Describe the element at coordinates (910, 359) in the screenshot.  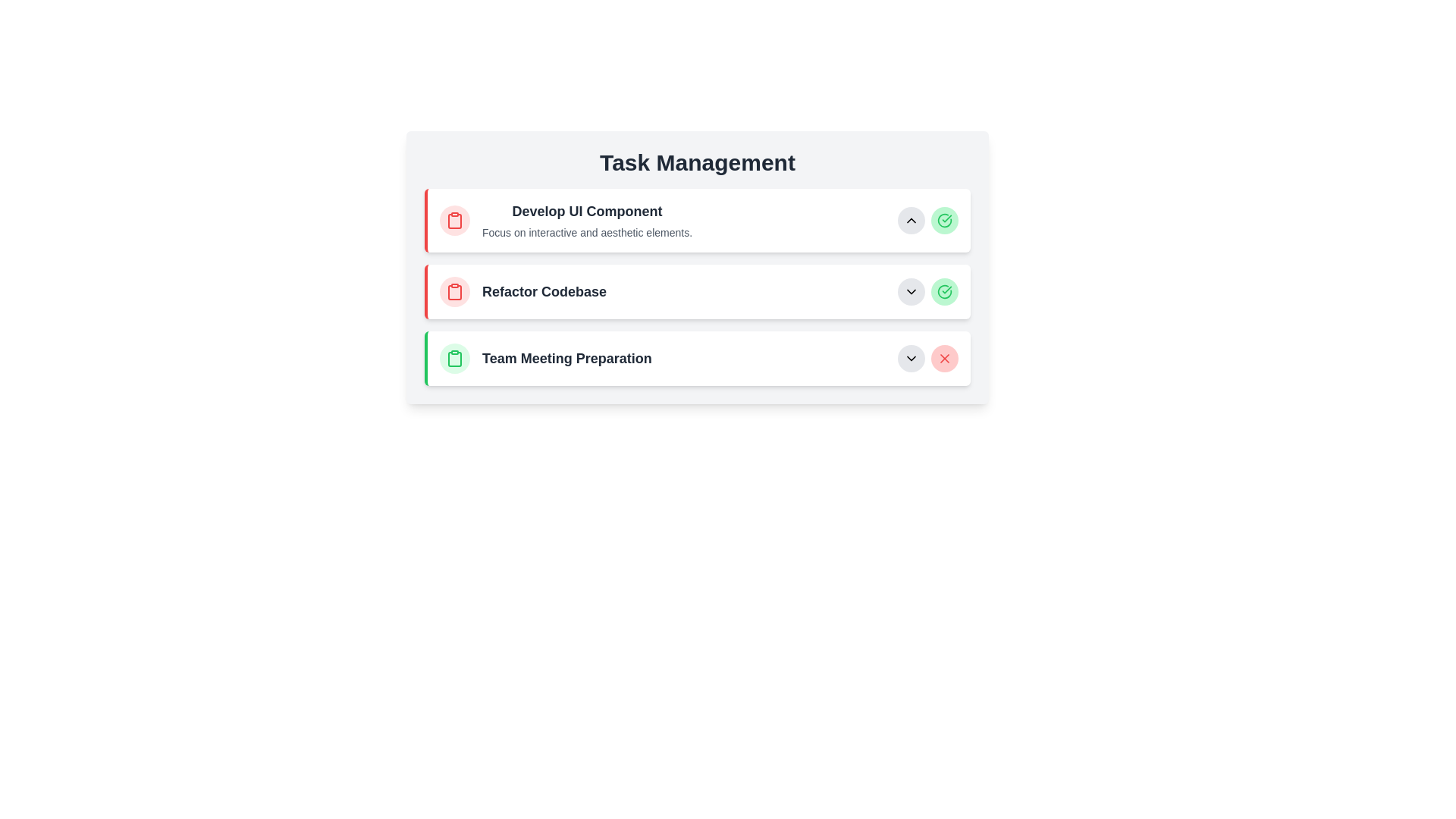
I see `the Dropdown toggle button, which is a downward-pointing chevron arrow icon enclosed within a light gray circular background, located at the bottom-right corner of the row for 'Team Meeting Preparation'` at that location.